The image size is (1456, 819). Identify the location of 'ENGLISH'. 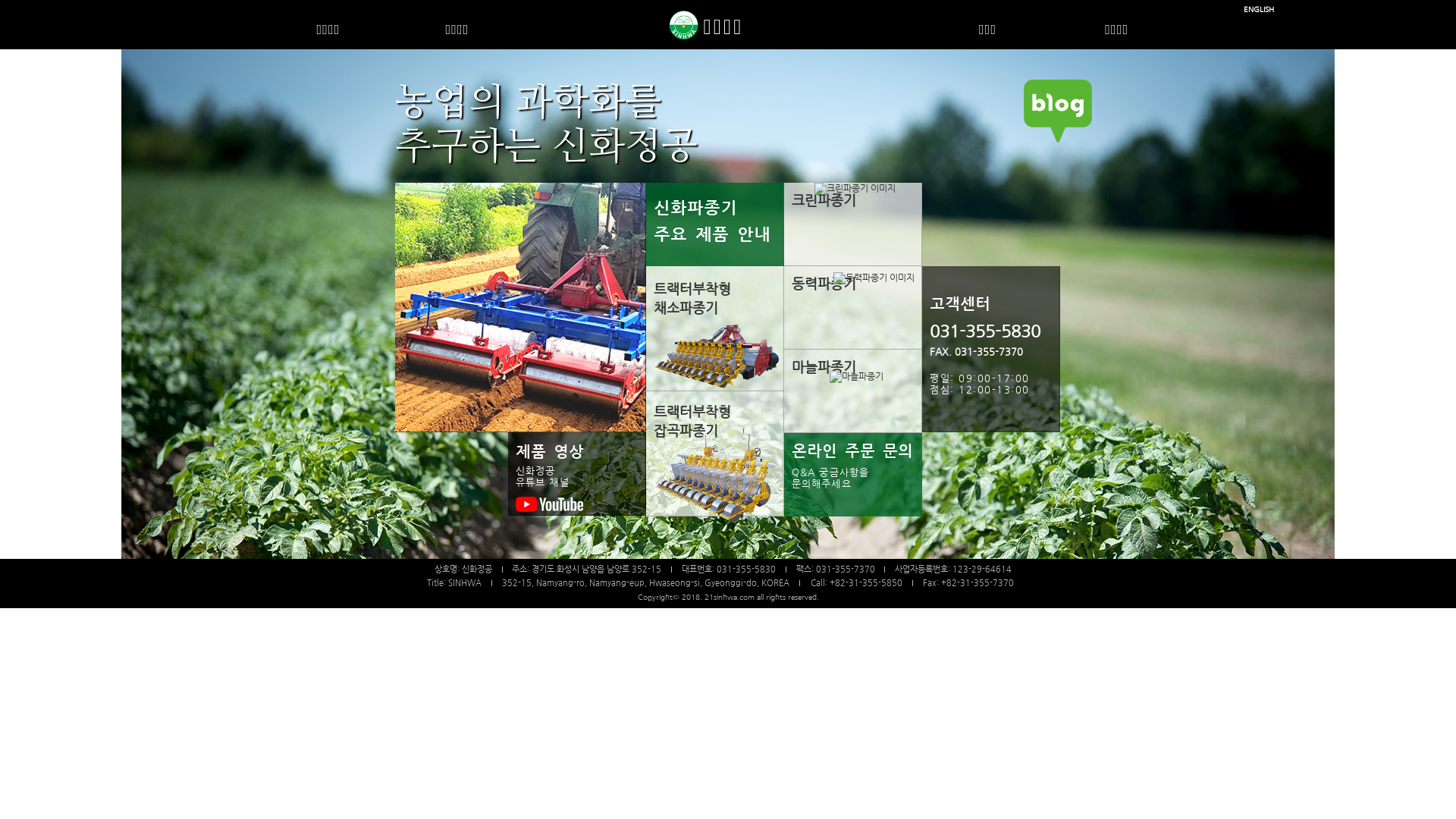
(1244, 9).